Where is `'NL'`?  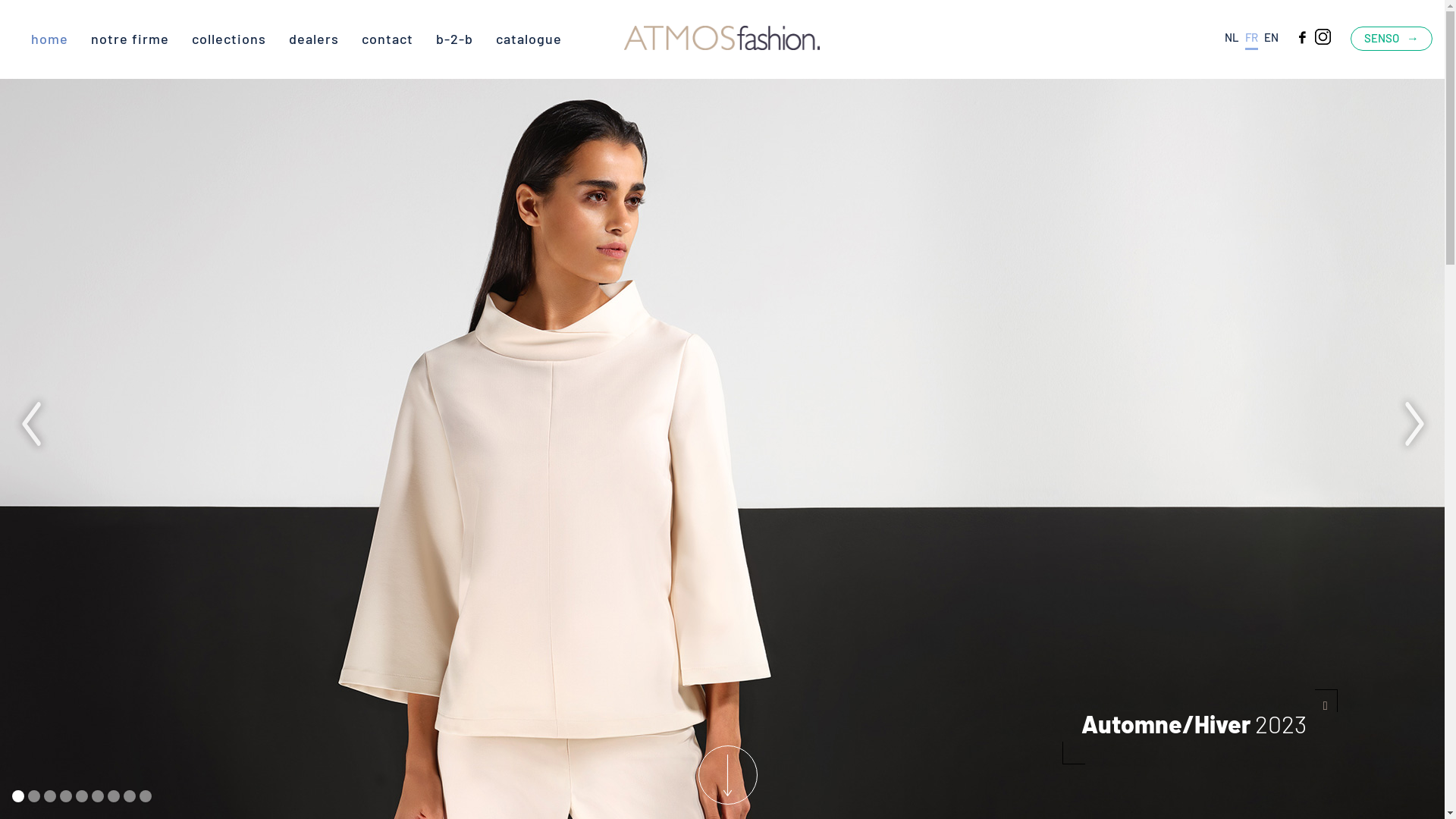
'NL' is located at coordinates (1232, 36).